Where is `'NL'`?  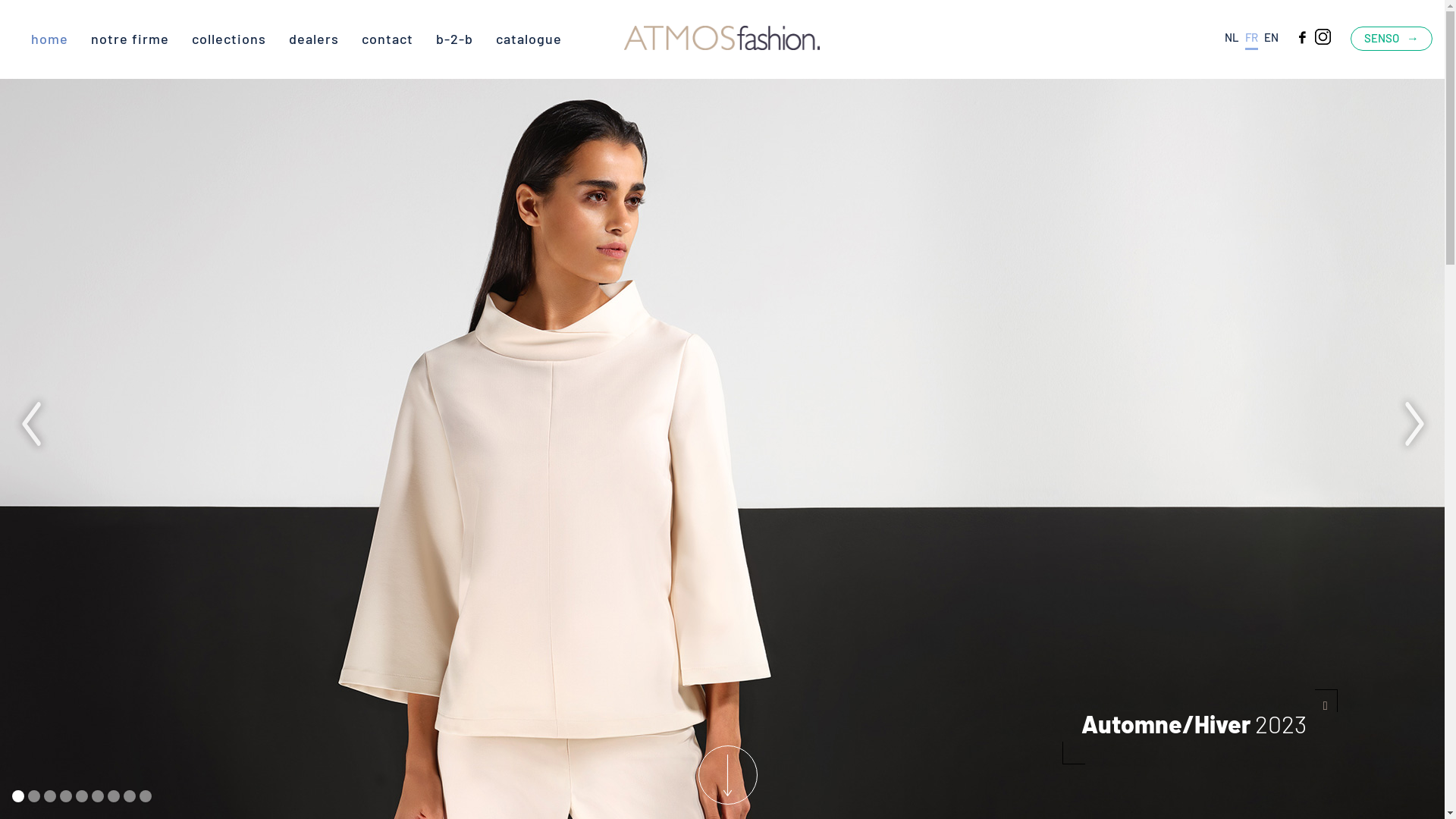
'NL' is located at coordinates (1232, 36).